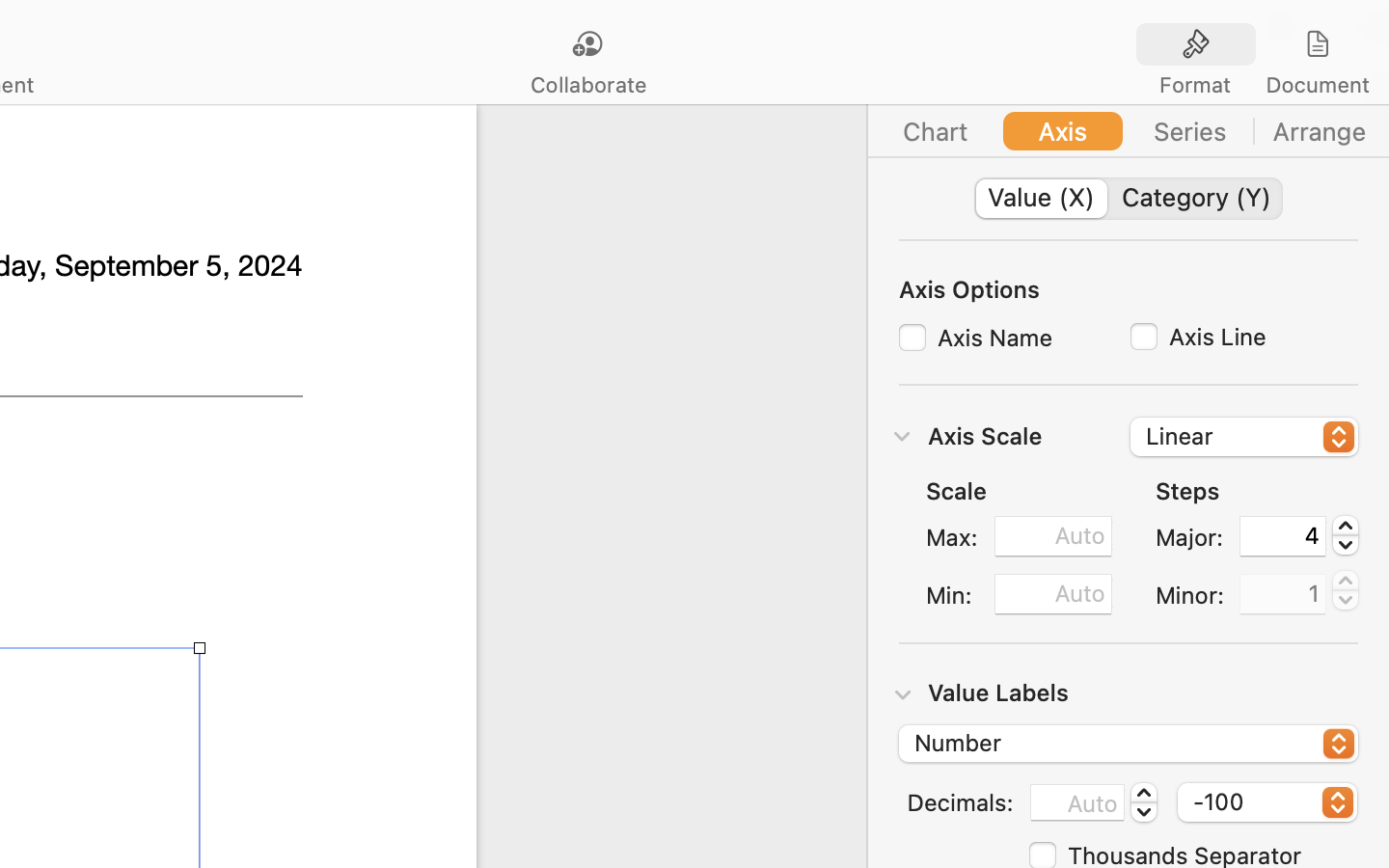 This screenshot has height=868, width=1389. What do you see at coordinates (950, 536) in the screenshot?
I see `'Max:'` at bounding box center [950, 536].